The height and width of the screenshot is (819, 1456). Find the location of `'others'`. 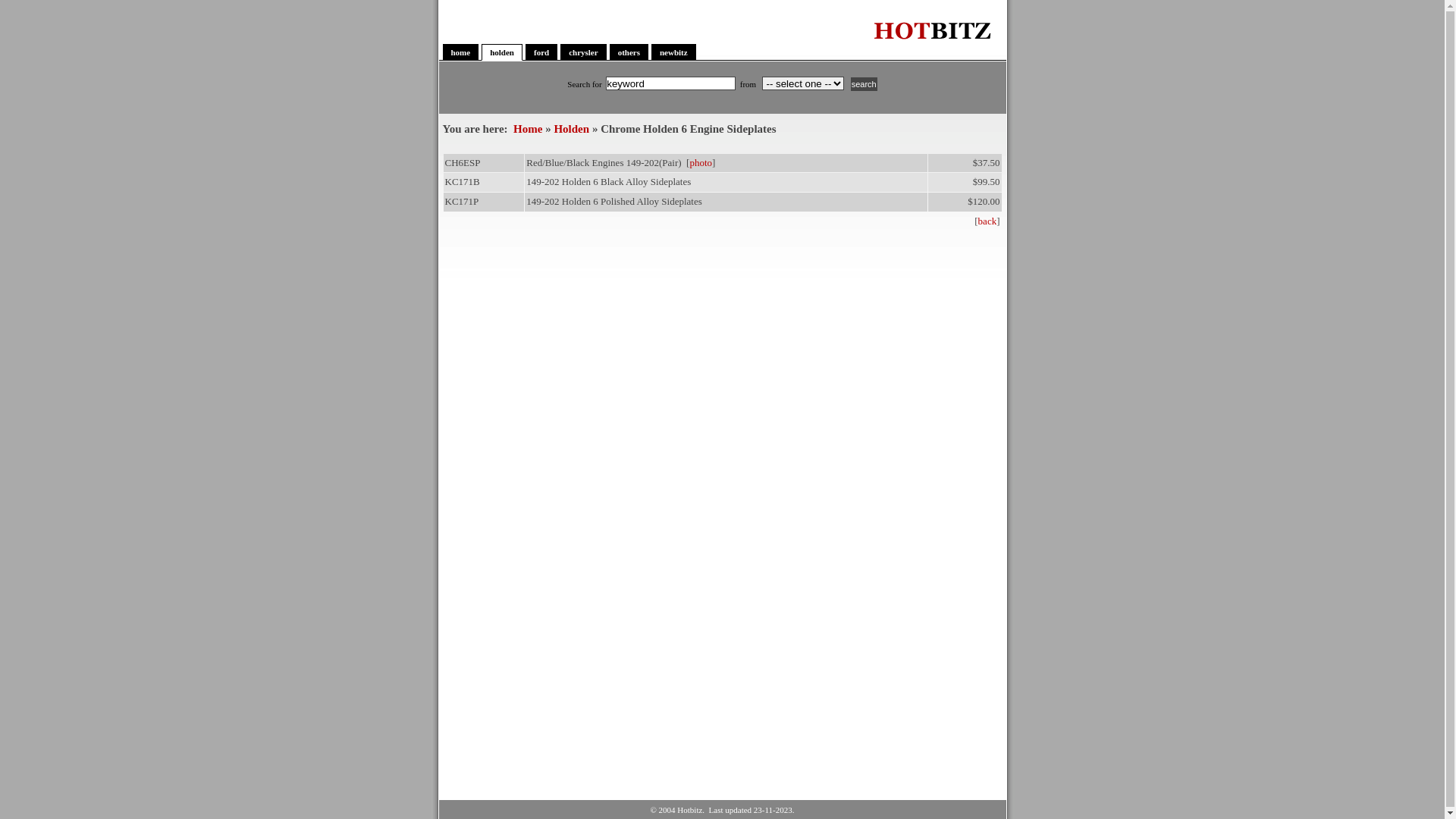

'others' is located at coordinates (629, 52).